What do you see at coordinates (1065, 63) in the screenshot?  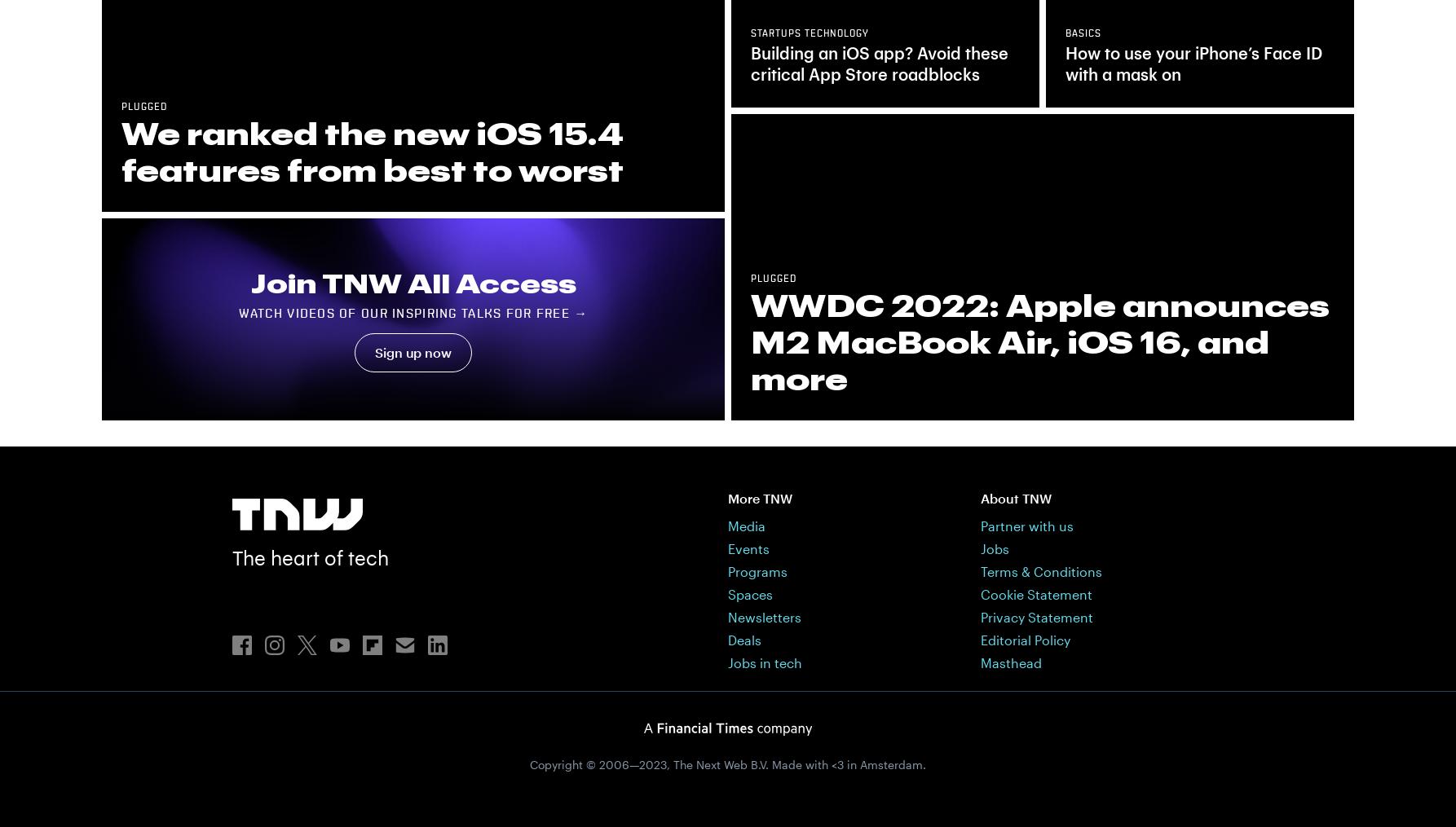 I see `'How to use your iPhone’s Face ID with a mask on'` at bounding box center [1065, 63].